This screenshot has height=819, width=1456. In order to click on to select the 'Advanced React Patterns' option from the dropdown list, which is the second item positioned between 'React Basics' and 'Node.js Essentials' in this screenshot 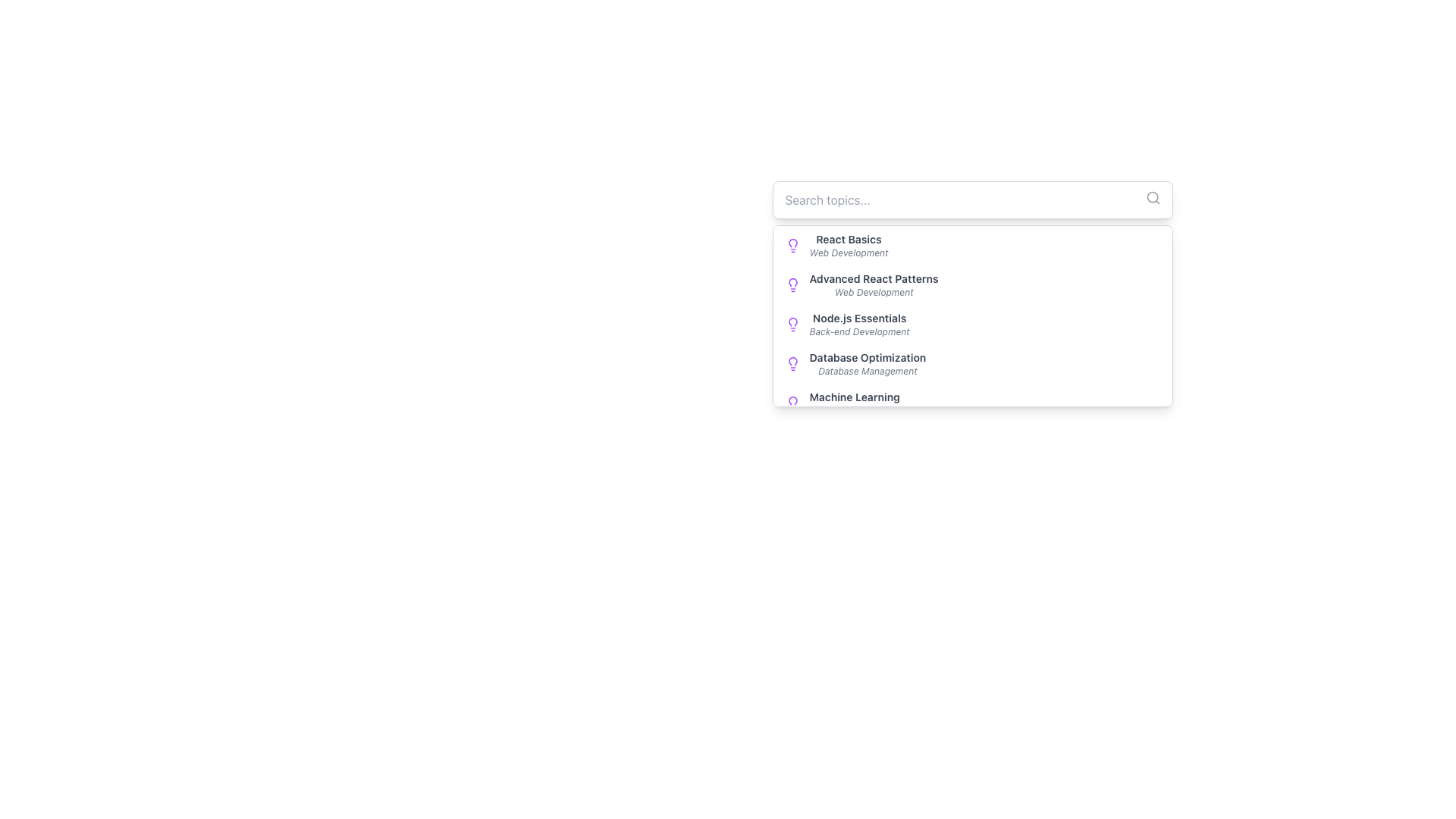, I will do `click(972, 284)`.